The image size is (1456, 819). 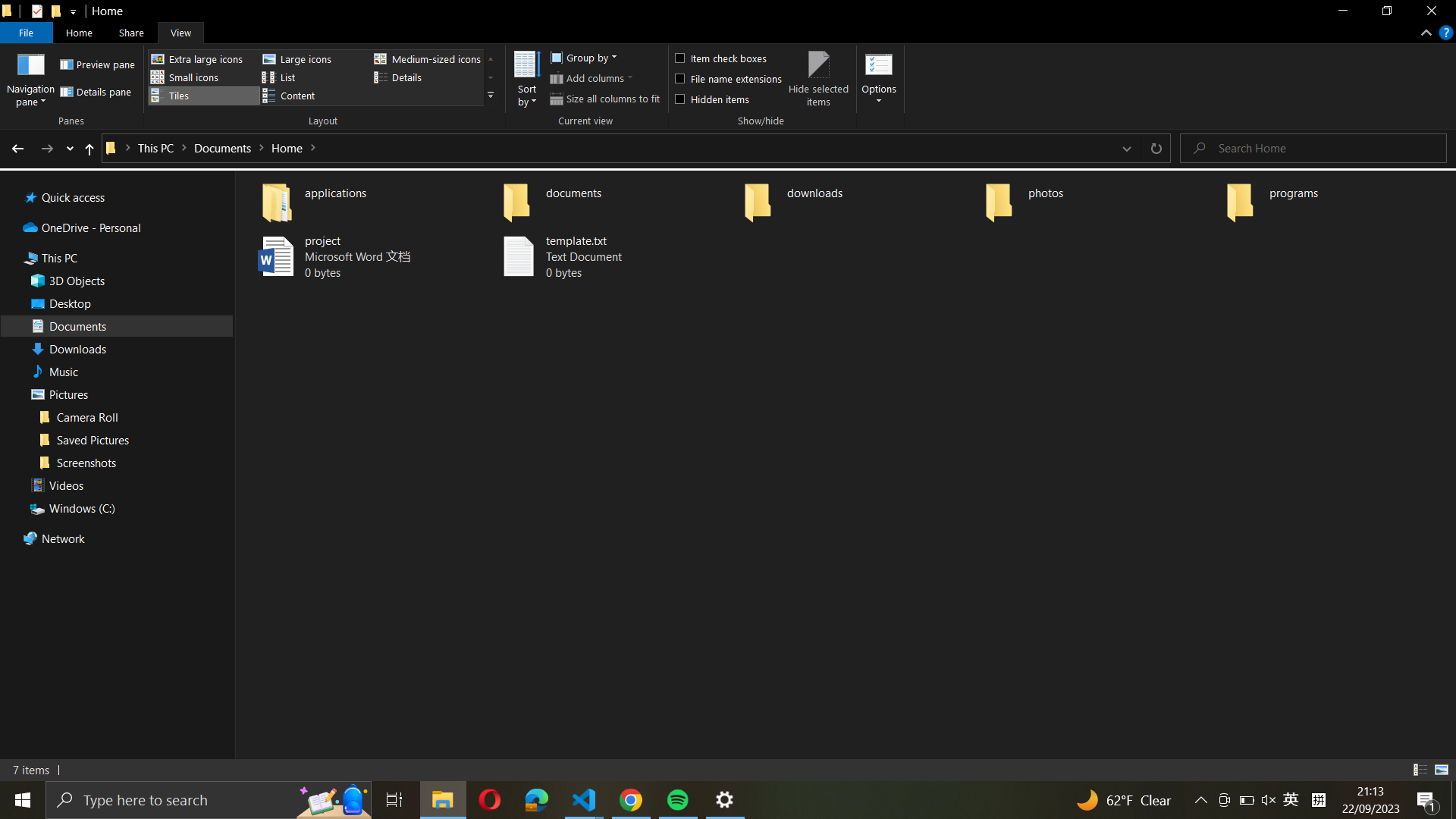 What do you see at coordinates (858, 198) in the screenshot?
I see `the "downloads" directory and highlight all files within` at bounding box center [858, 198].